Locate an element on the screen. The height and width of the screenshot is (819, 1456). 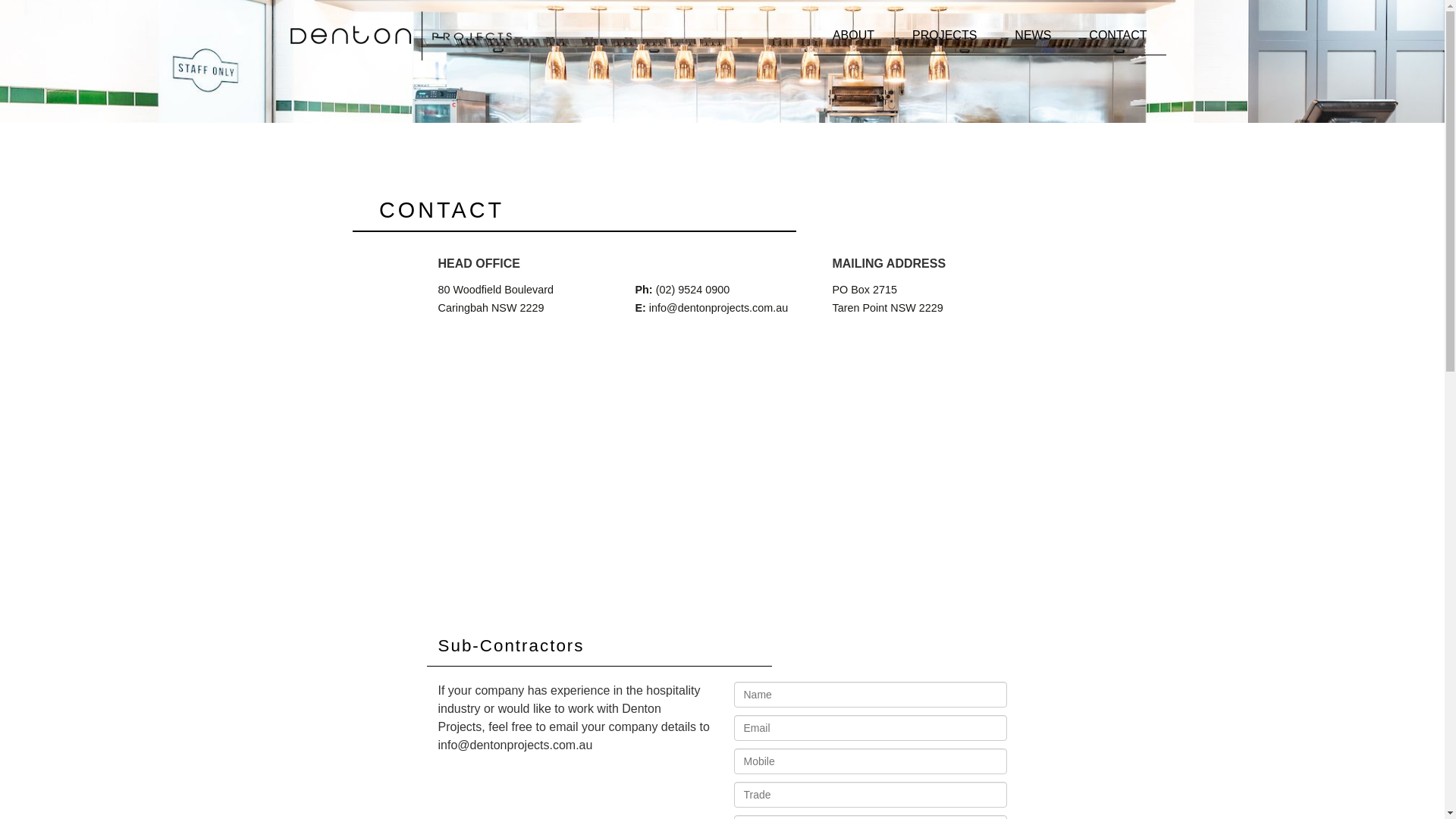
'NEWS' is located at coordinates (1032, 34).